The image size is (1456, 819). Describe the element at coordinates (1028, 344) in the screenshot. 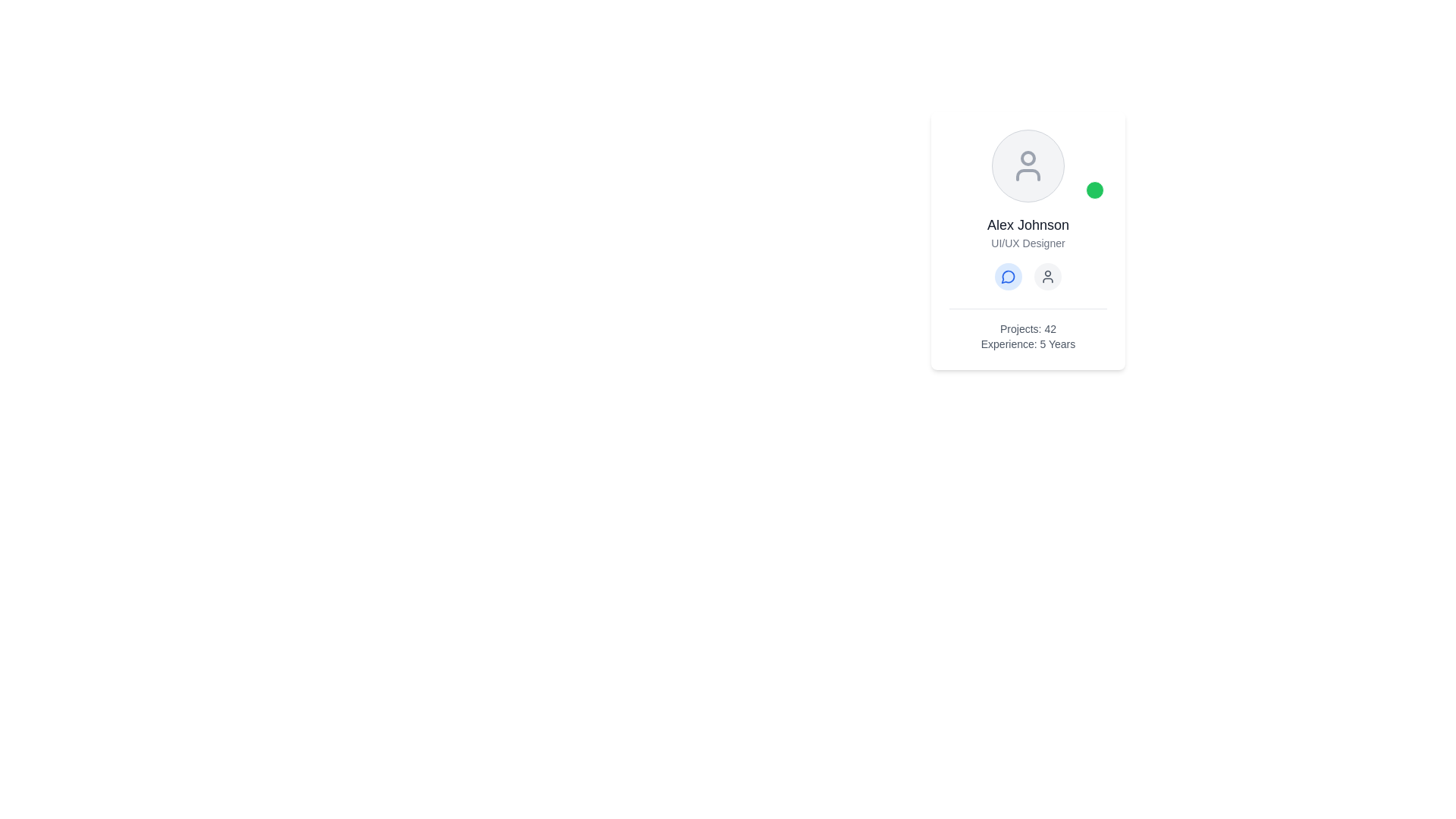

I see `the Text Label displaying the user's experience duration, which is located below the 'Projects: 42' text` at that location.